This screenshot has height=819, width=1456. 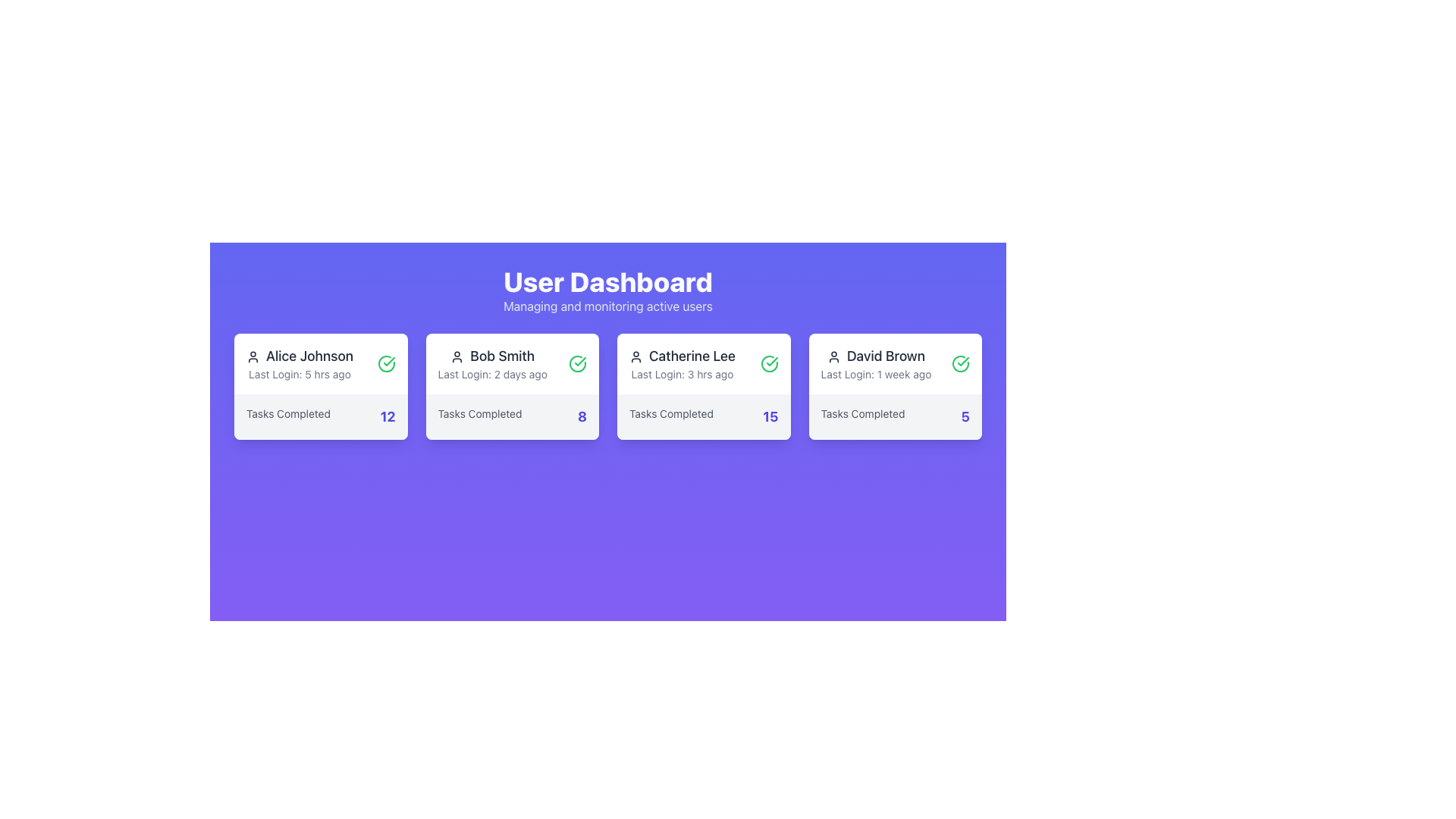 What do you see at coordinates (876, 374) in the screenshot?
I see `the text label that displays the last login time for the user, located below 'David Brown' and above the numerical data in the far-right user details card` at bounding box center [876, 374].